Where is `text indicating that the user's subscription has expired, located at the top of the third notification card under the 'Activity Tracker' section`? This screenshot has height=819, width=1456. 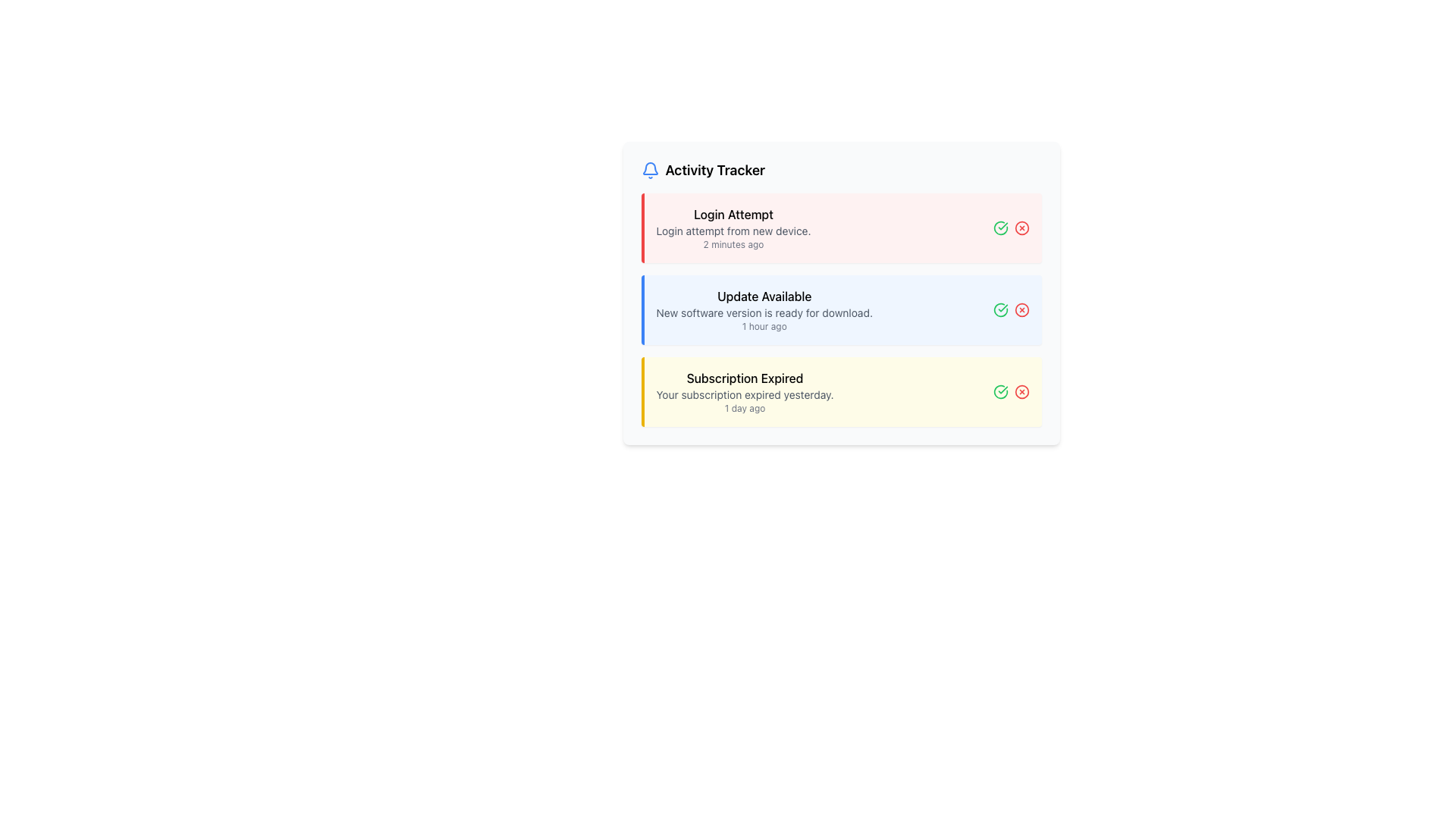 text indicating that the user's subscription has expired, located at the top of the third notification card under the 'Activity Tracker' section is located at coordinates (745, 377).